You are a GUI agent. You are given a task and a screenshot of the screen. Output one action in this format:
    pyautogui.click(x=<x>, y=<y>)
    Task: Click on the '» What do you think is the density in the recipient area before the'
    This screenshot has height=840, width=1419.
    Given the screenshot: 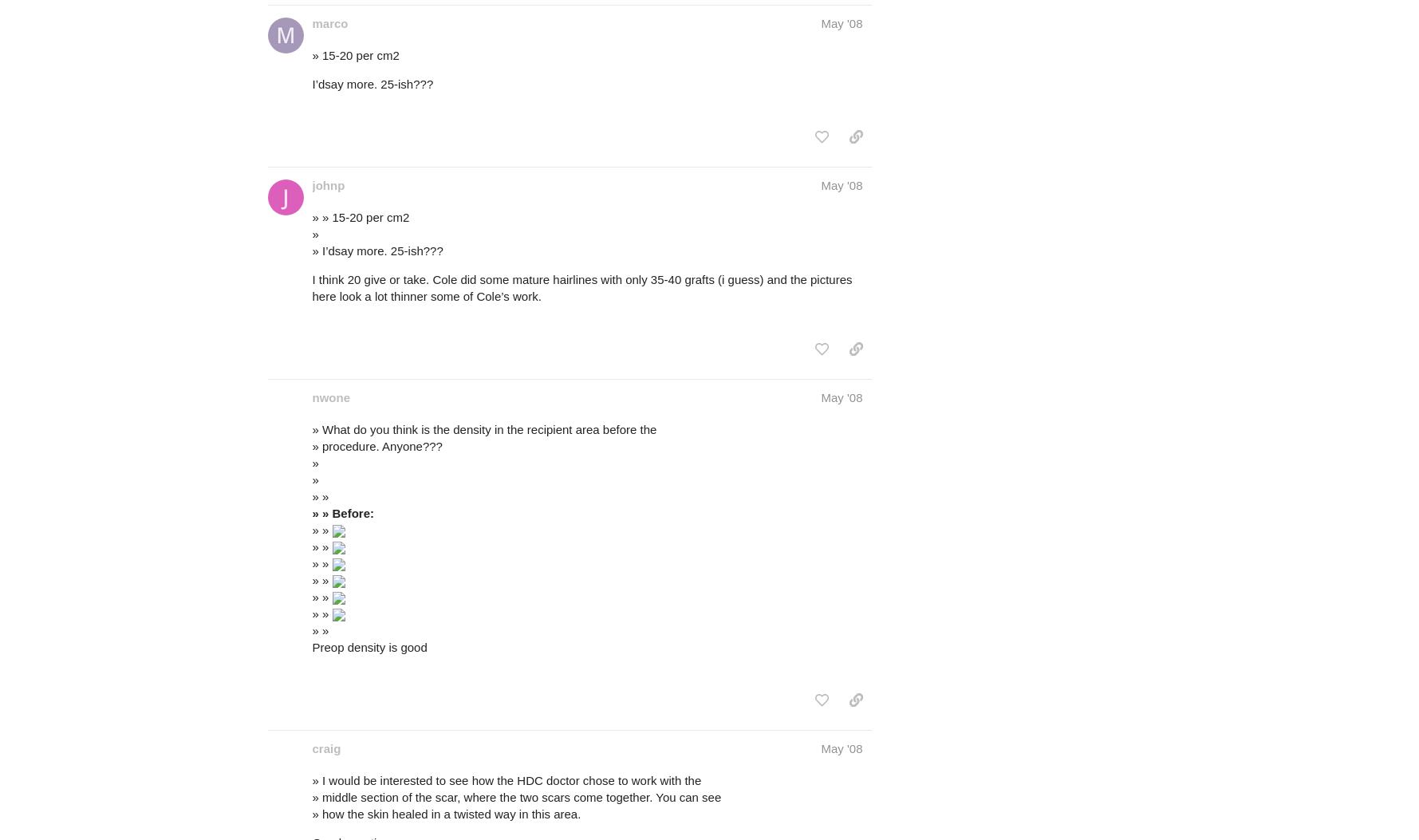 What is the action you would take?
    pyautogui.click(x=483, y=428)
    